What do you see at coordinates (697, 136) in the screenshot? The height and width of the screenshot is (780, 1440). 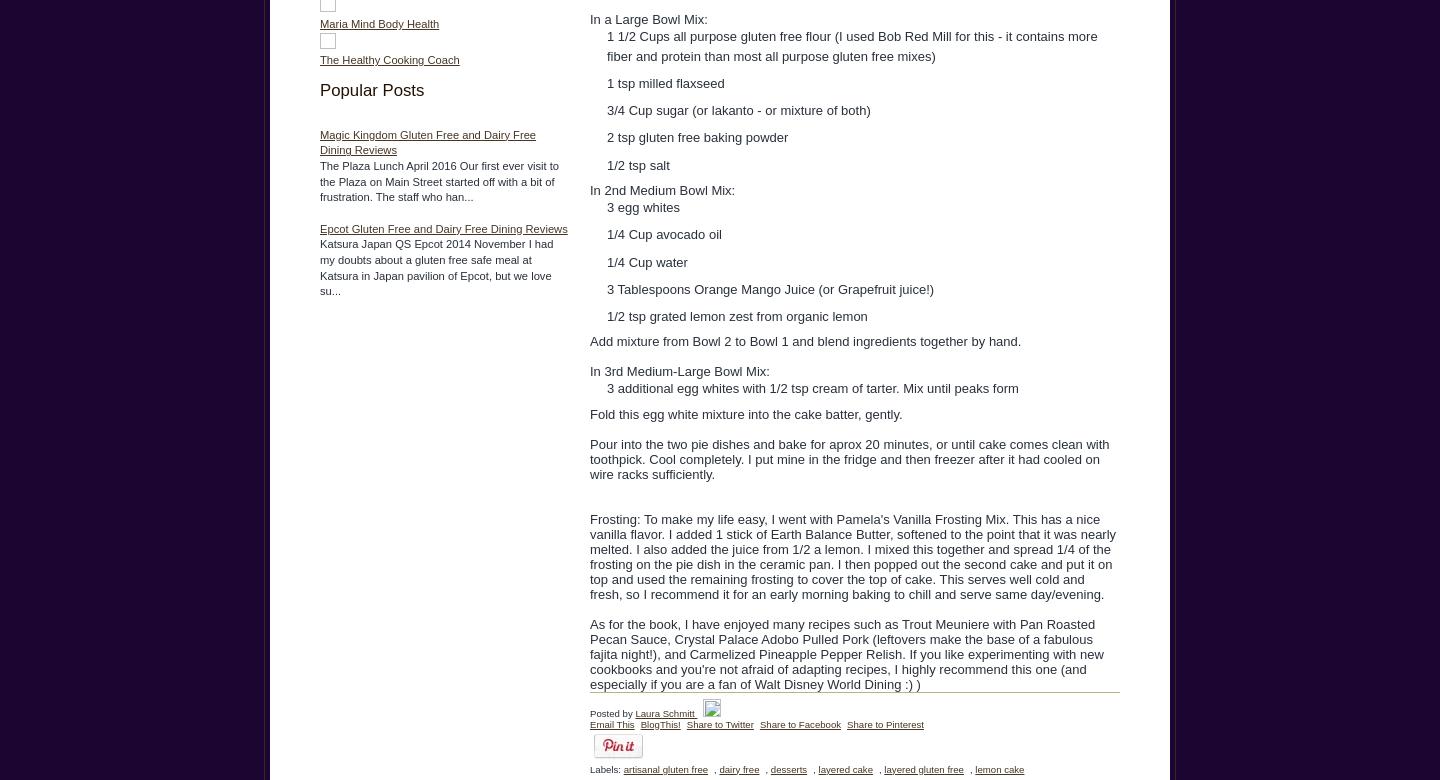 I see `'2 tsp gluten free baking powder'` at bounding box center [697, 136].